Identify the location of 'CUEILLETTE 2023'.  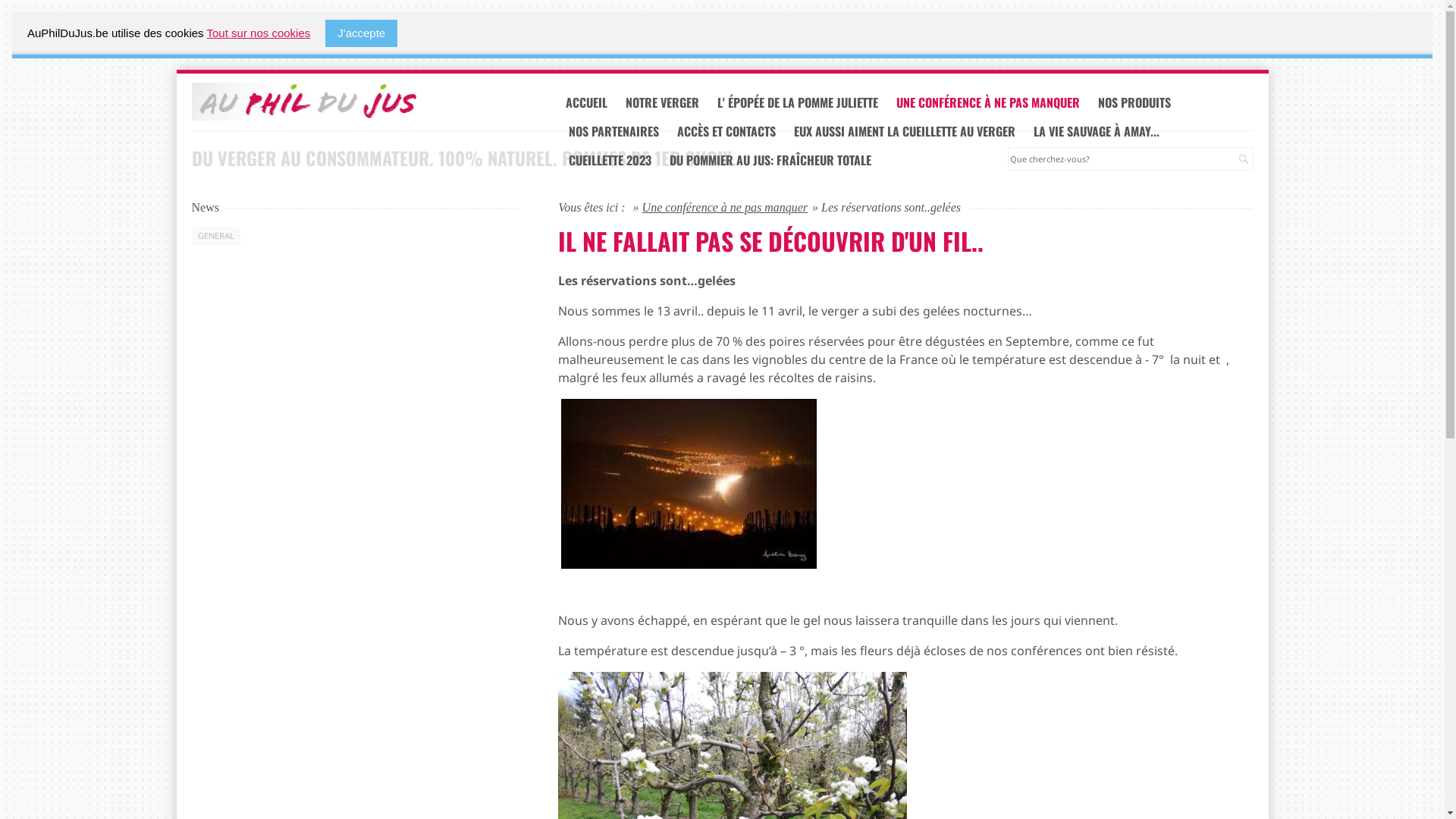
(608, 160).